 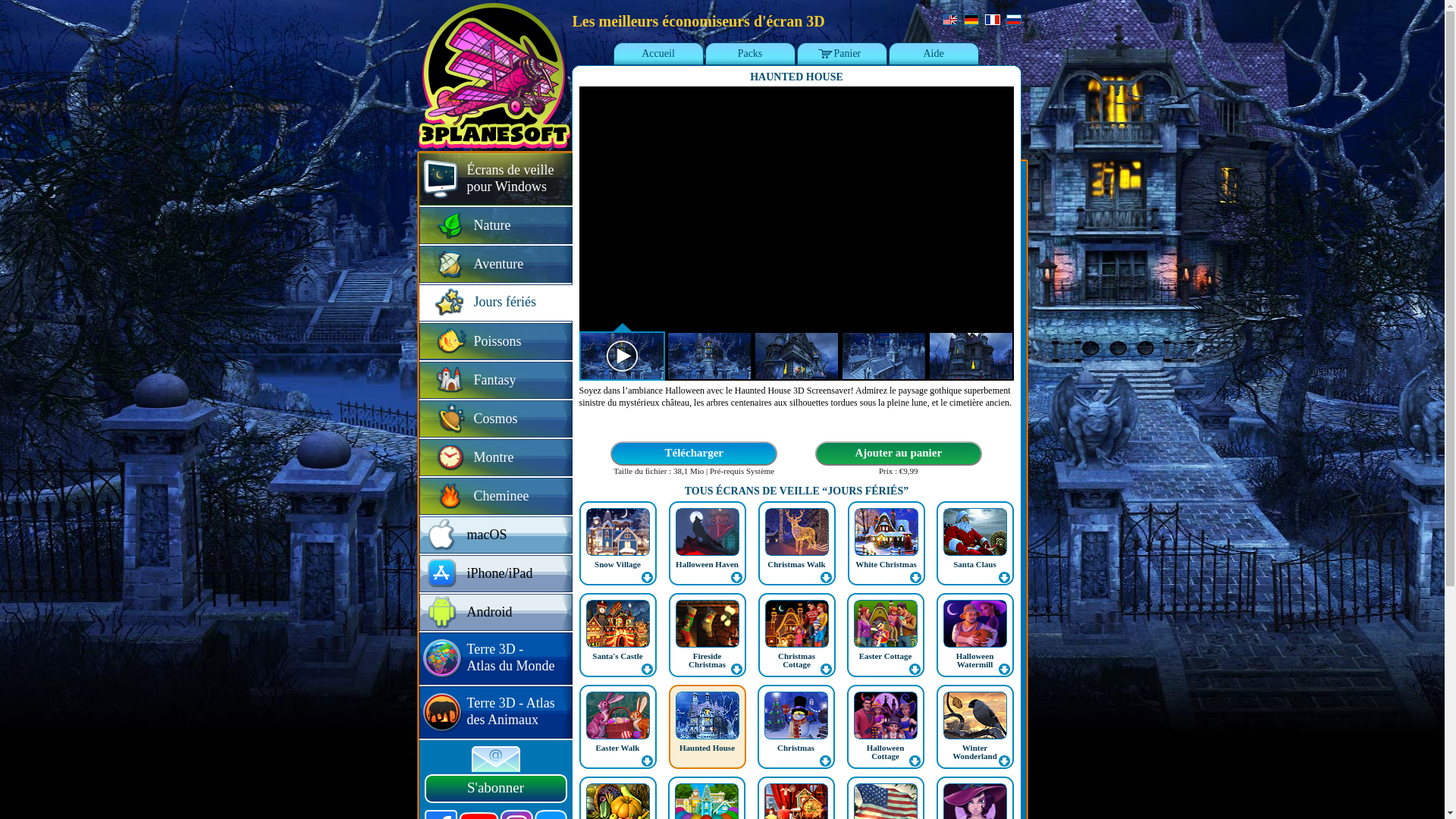 I want to click on 'Santa's Castle', so click(x=618, y=635).